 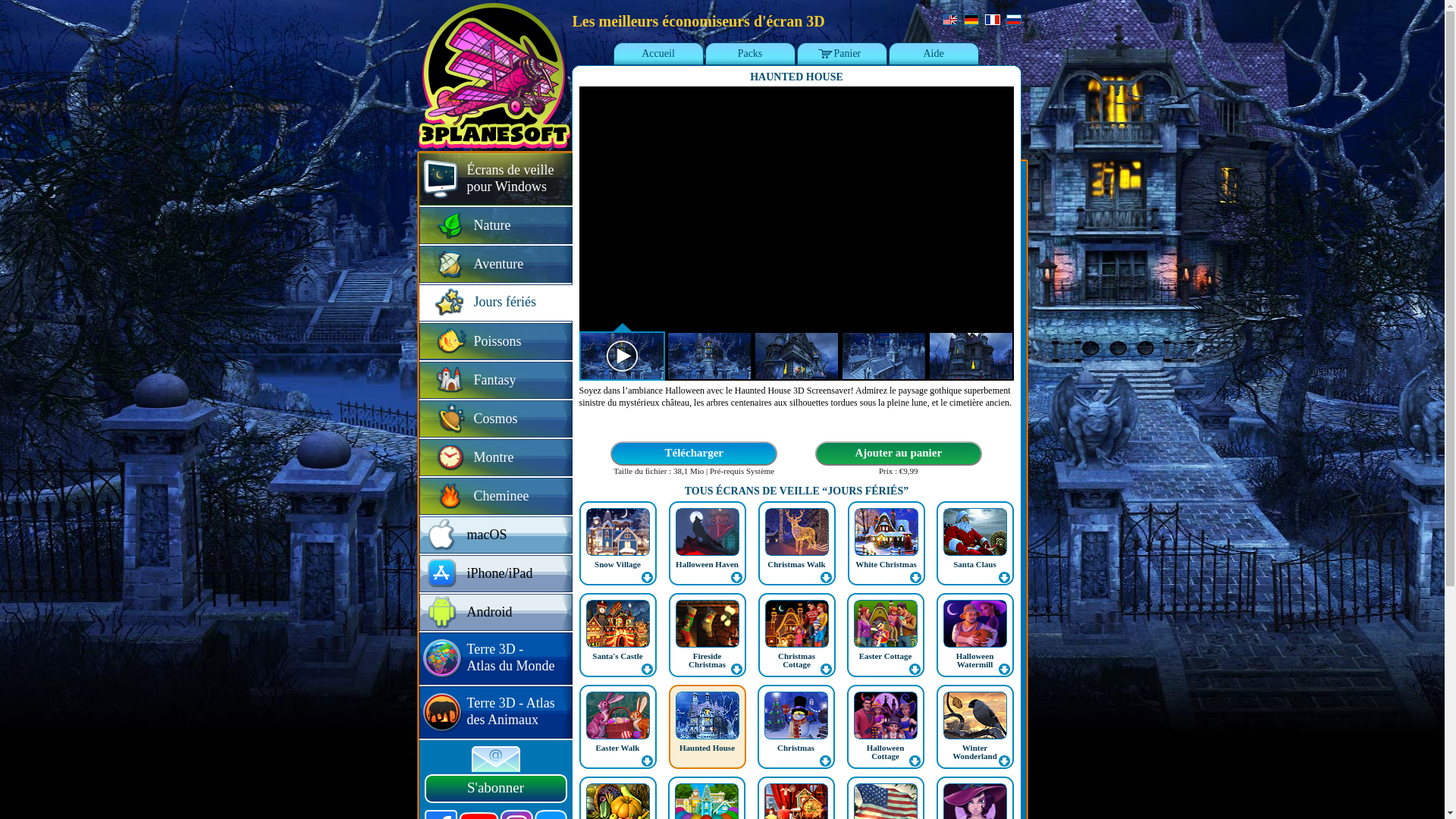 I want to click on 'Santa's Castle', so click(x=618, y=635).